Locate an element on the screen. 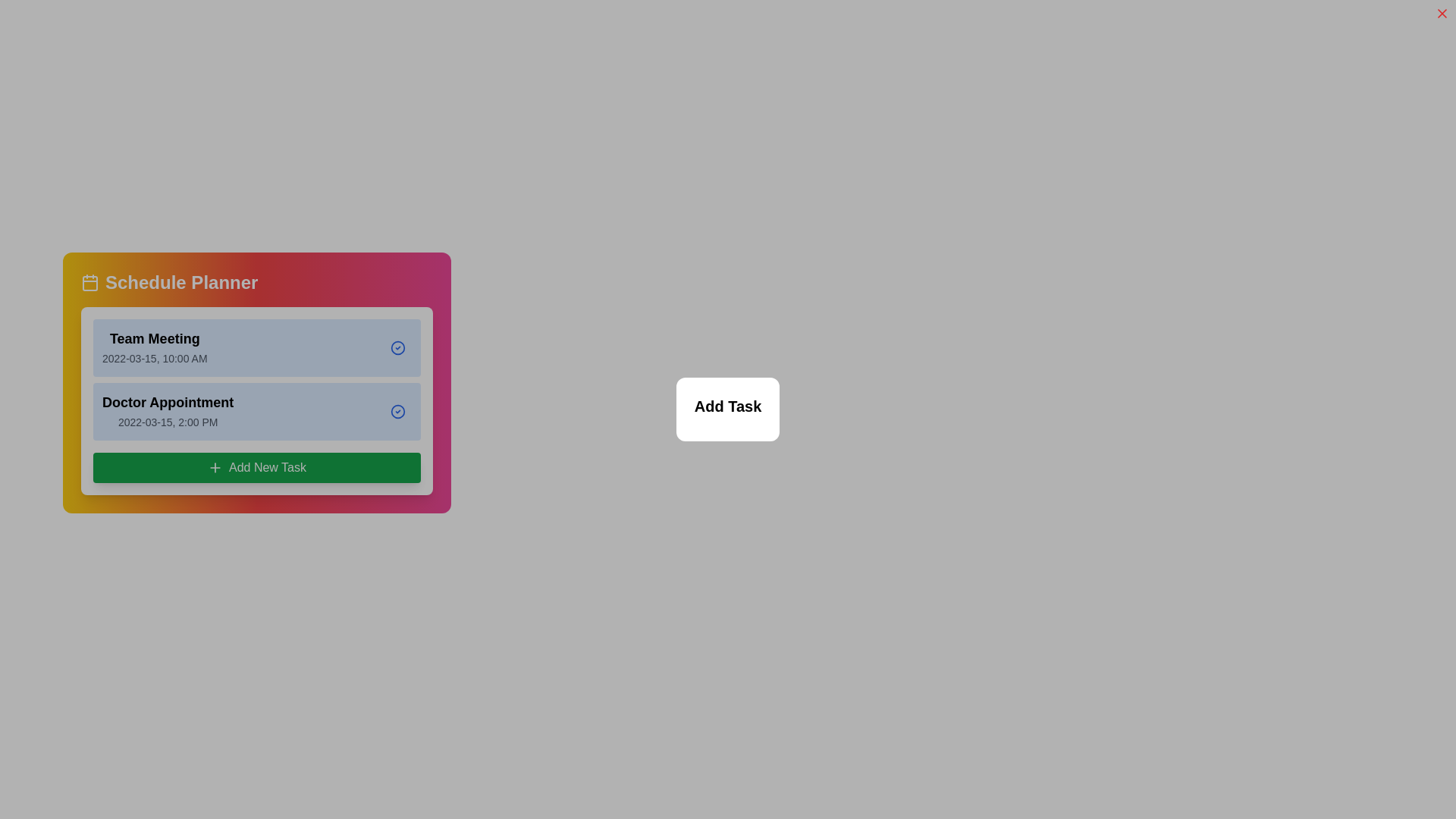  the graphical icon (circle) that serves as a visual indicator within the second task entry of the 'Schedule Planner' is located at coordinates (397, 412).